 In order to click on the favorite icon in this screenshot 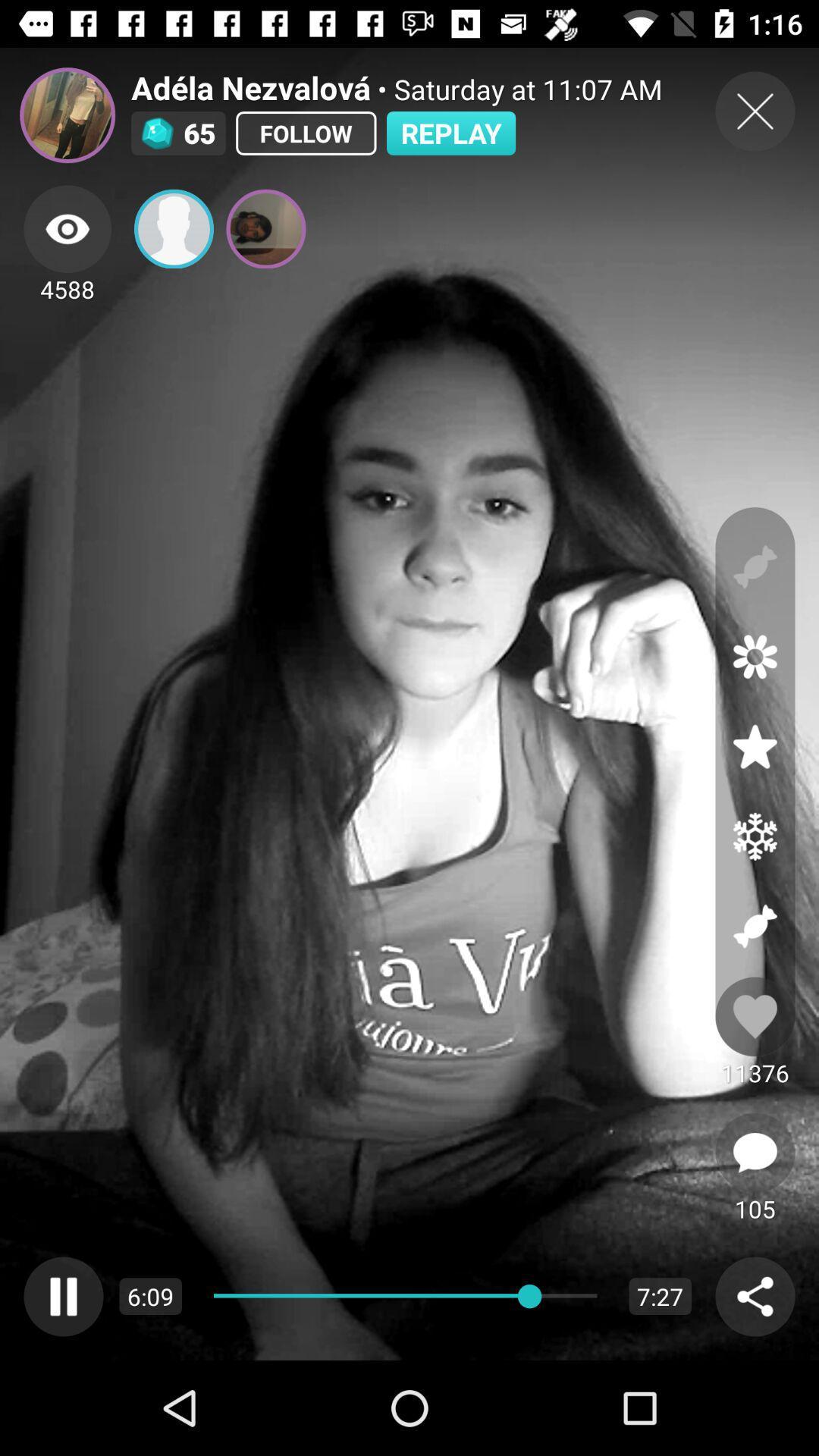, I will do `click(755, 1016)`.